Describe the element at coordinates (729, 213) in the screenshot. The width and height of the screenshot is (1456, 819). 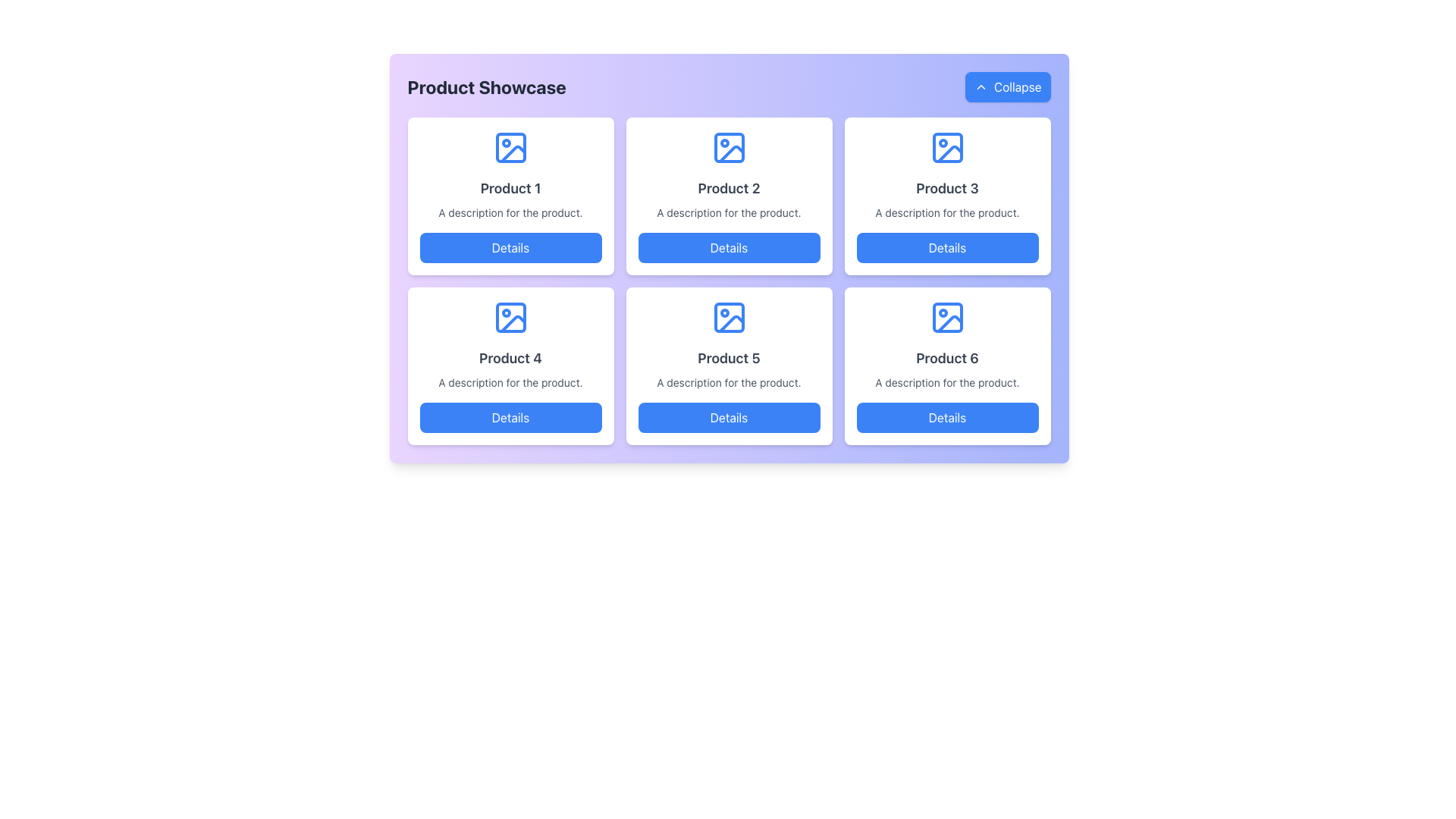
I see `text description located below the 'Product 2' title and above the 'Details' button within the second product card in the top row of the product grid` at that location.